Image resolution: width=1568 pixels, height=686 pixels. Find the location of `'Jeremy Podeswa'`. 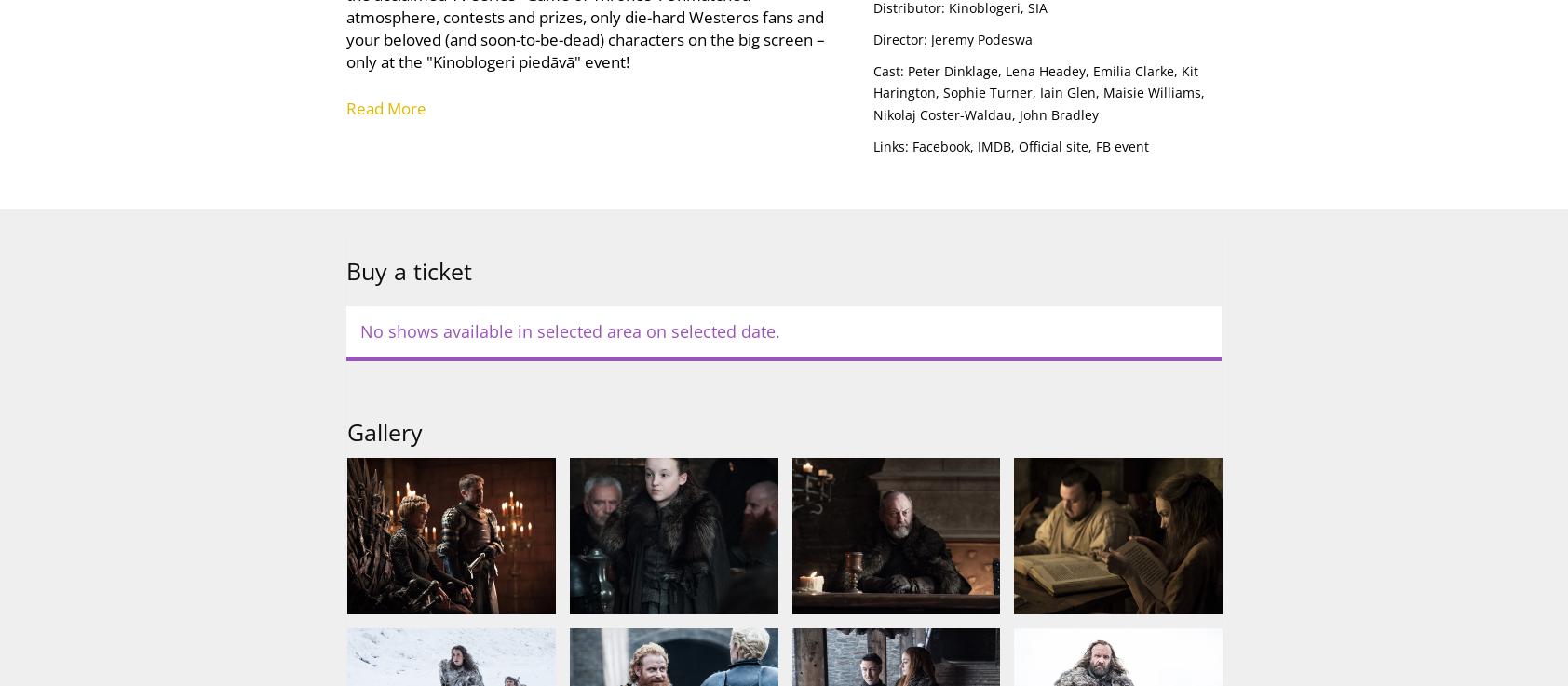

'Jeremy Podeswa' is located at coordinates (980, 37).